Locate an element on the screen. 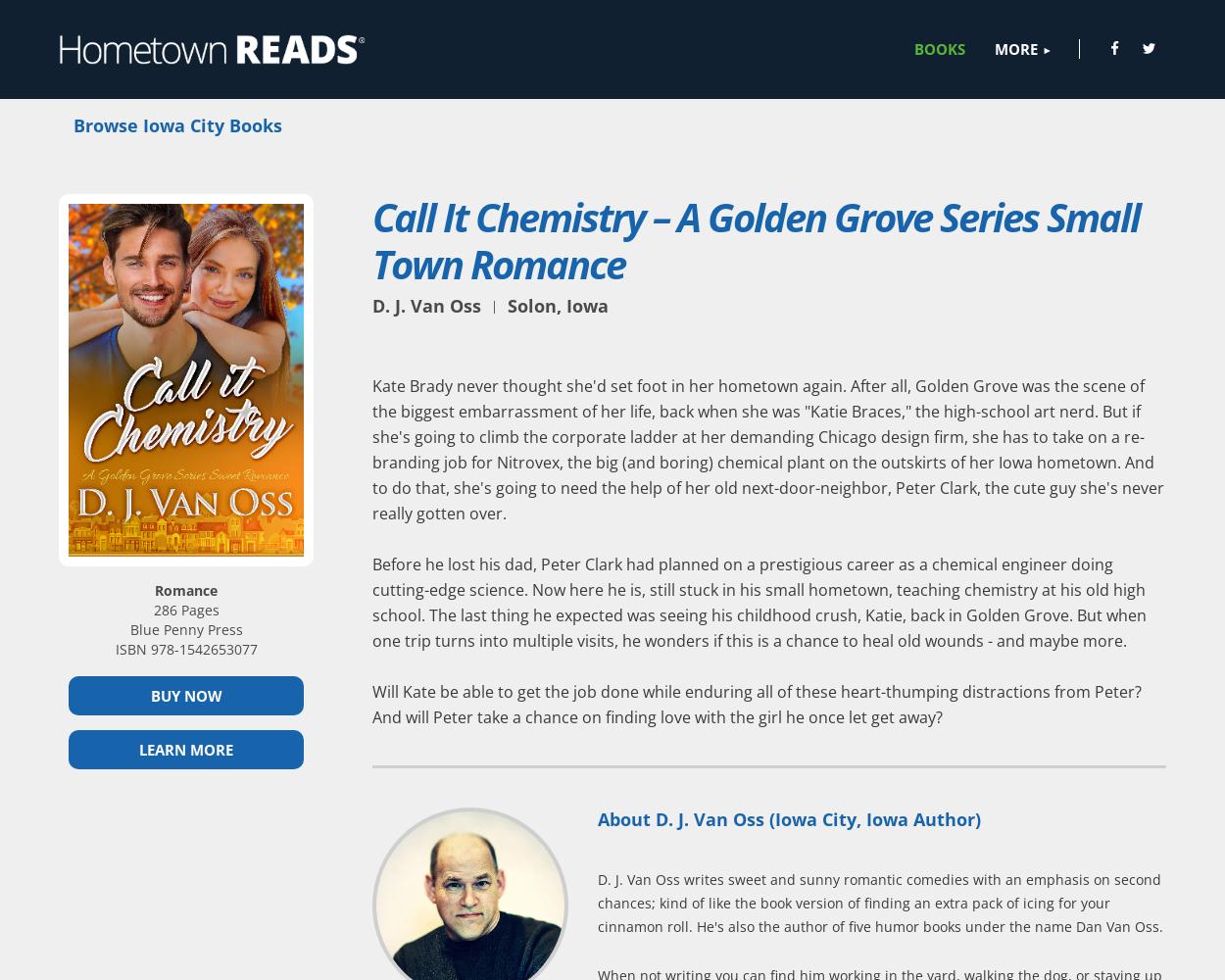 The height and width of the screenshot is (980, 1225). 'Blue Penny Press' is located at coordinates (184, 628).